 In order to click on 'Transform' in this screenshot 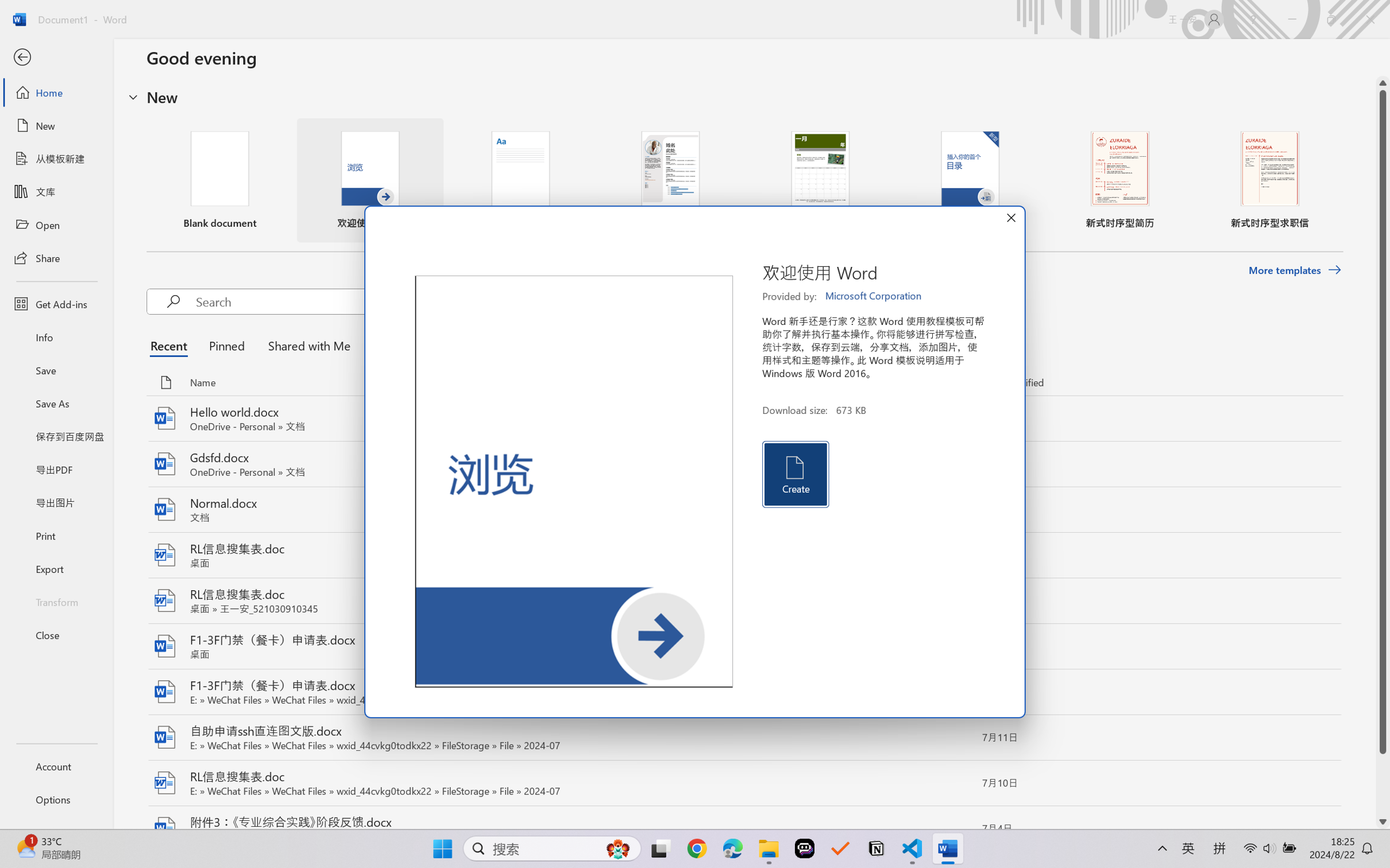, I will do `click(56, 600)`.